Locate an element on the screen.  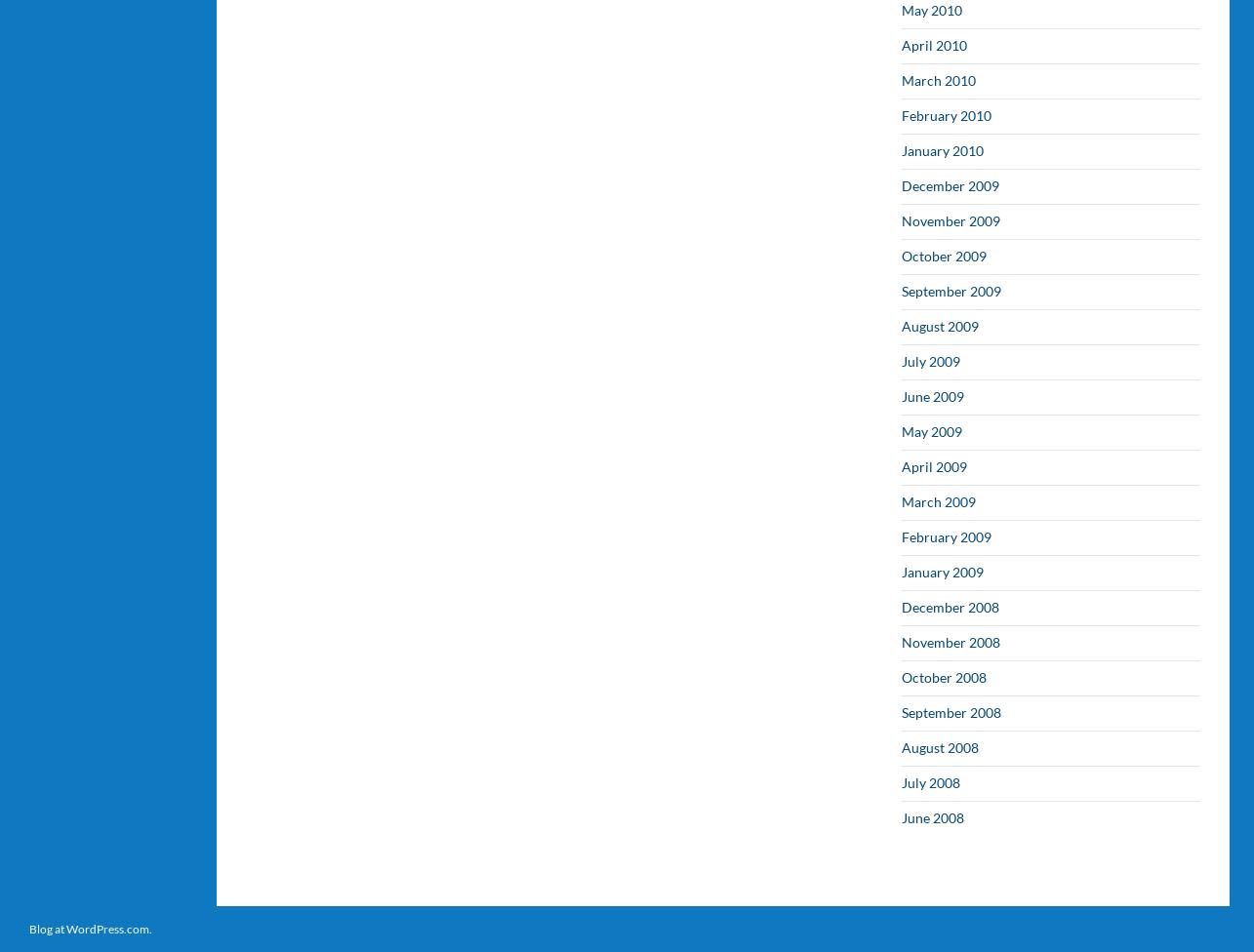
'May 2010' is located at coordinates (932, 10).